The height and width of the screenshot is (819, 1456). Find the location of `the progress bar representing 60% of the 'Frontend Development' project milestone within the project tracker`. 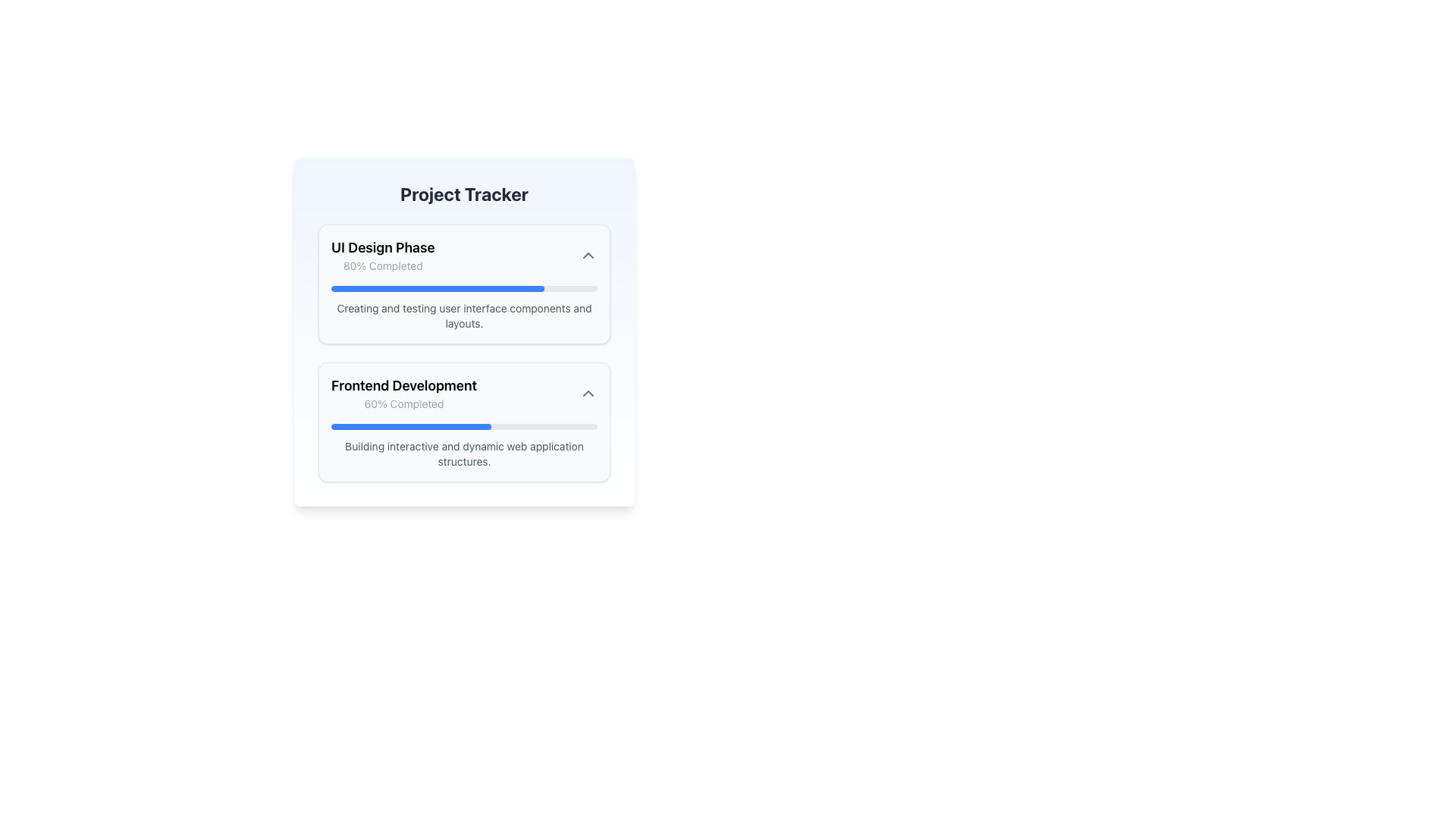

the progress bar representing 60% of the 'Frontend Development' project milestone within the project tracker is located at coordinates (411, 427).